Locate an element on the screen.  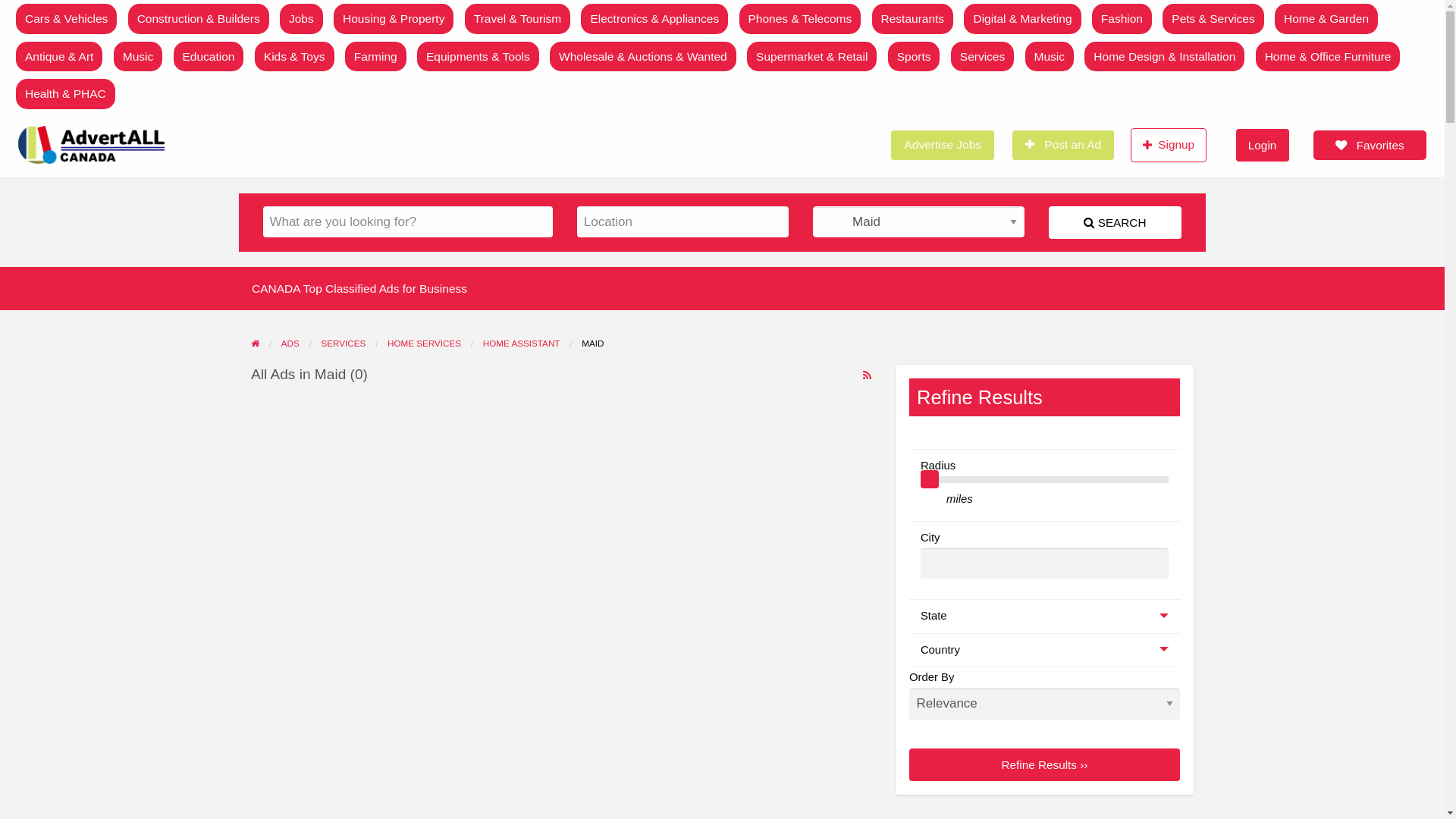
'Home & Garden' is located at coordinates (1274, 18).